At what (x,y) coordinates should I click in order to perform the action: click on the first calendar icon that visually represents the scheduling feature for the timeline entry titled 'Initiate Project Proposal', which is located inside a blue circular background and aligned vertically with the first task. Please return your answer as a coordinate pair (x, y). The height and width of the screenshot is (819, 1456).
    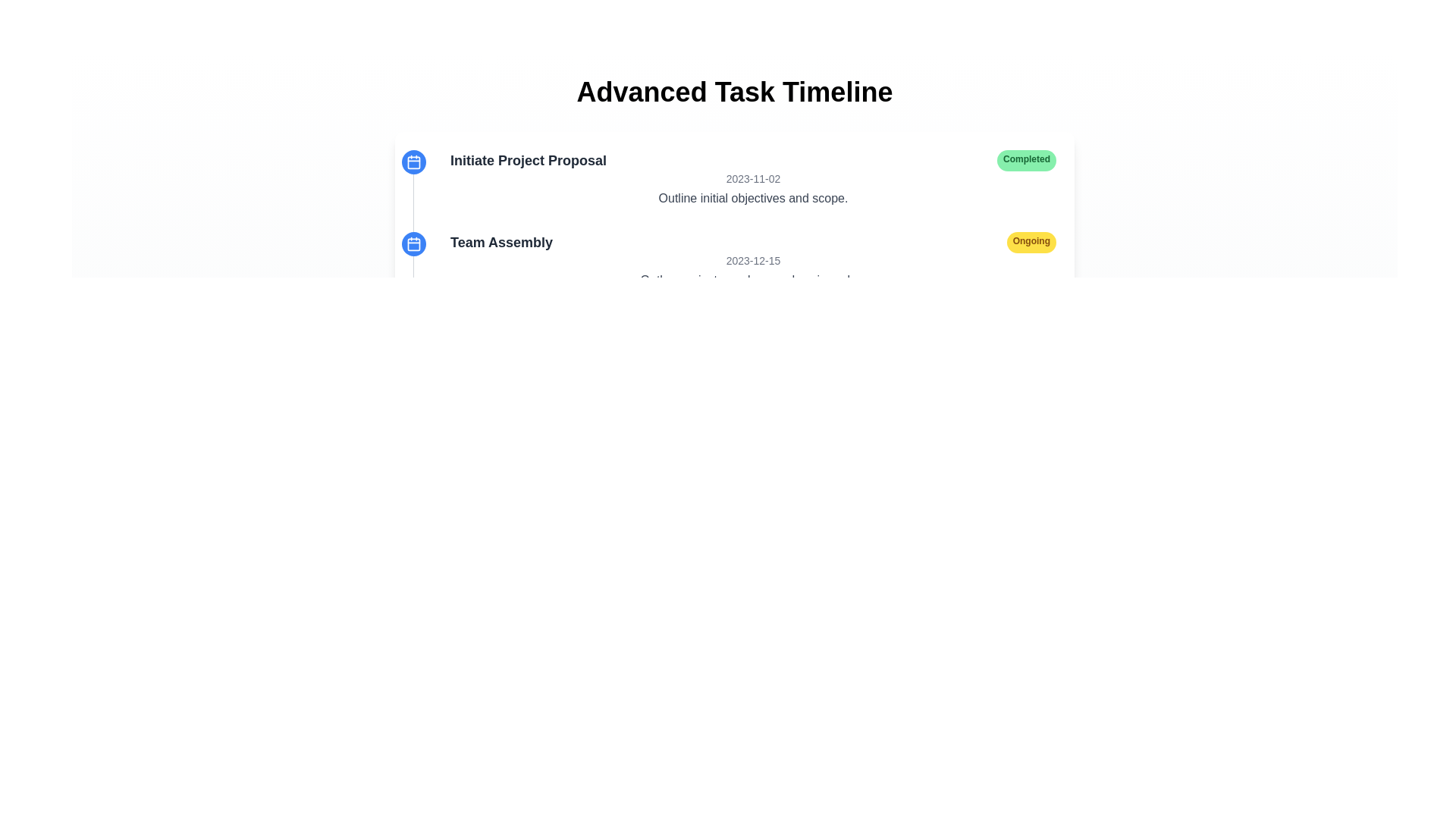
    Looking at the image, I should click on (414, 162).